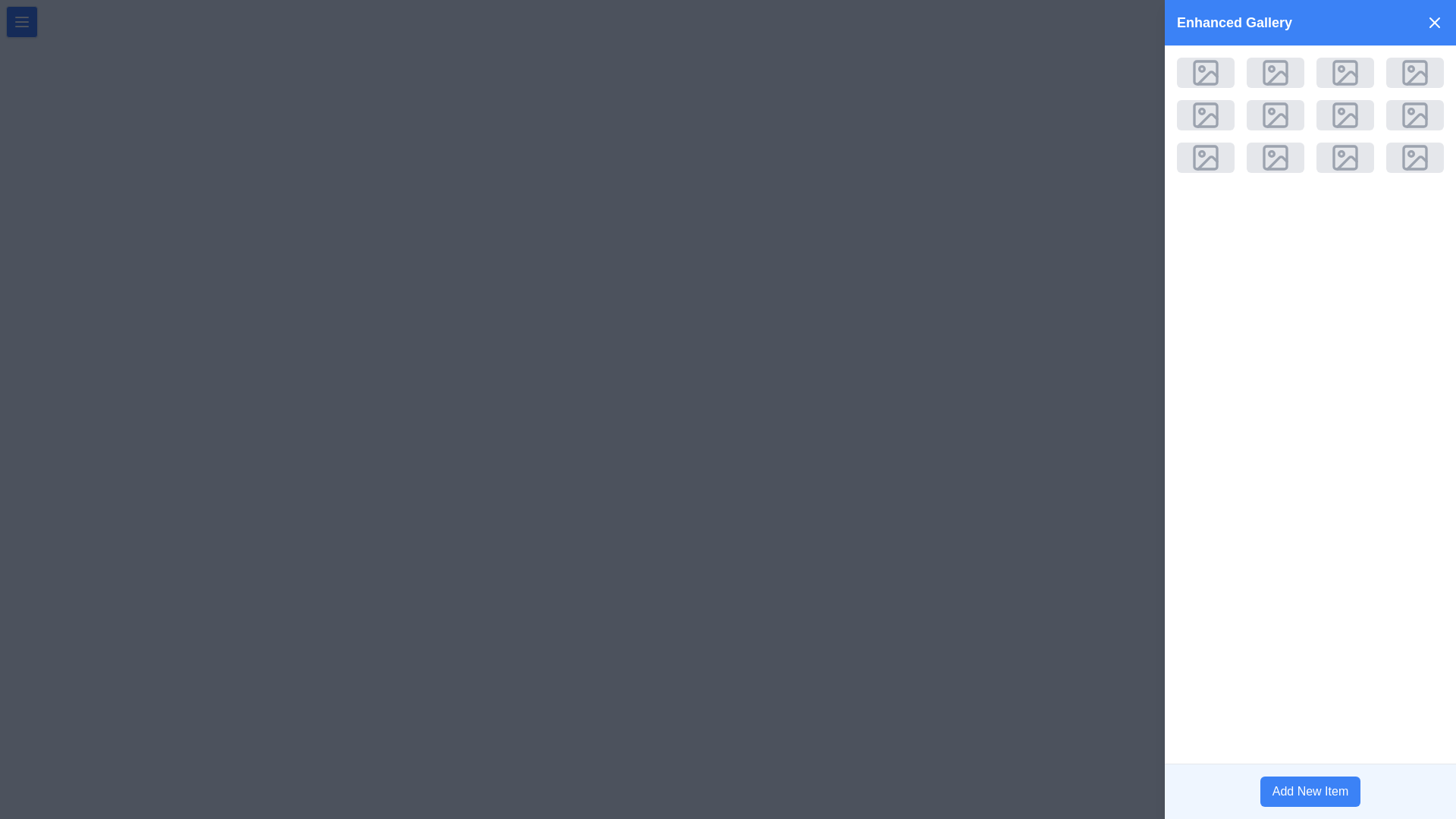 The image size is (1456, 819). I want to click on the Image Placeholder, which is the fourth item in the first row of a four-column grid, located towards the top right corner of the interface, so click(1345, 73).